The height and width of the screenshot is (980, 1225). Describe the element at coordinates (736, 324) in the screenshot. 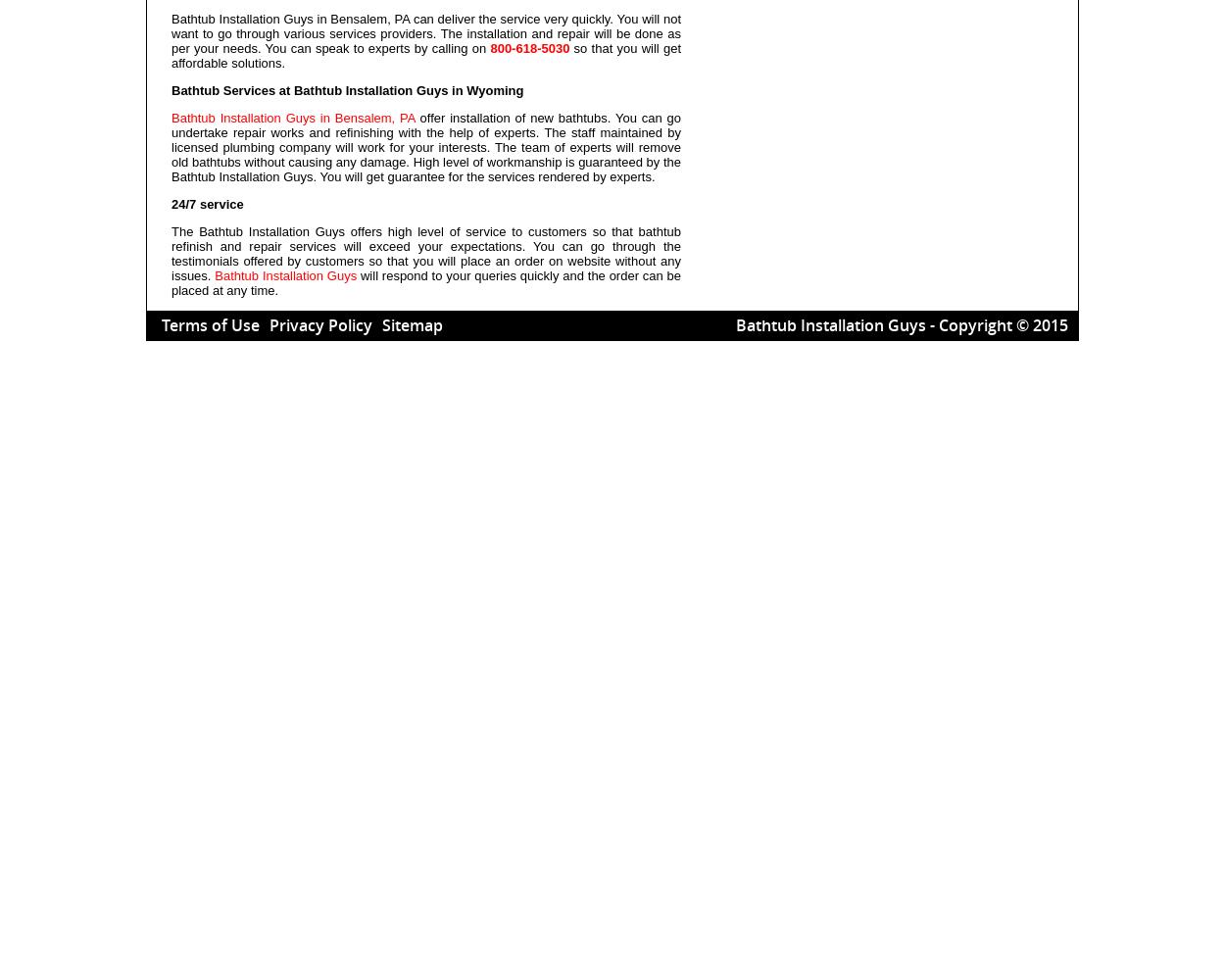

I see `'Bathtub Installation Guys - Copyright © 2015'` at that location.